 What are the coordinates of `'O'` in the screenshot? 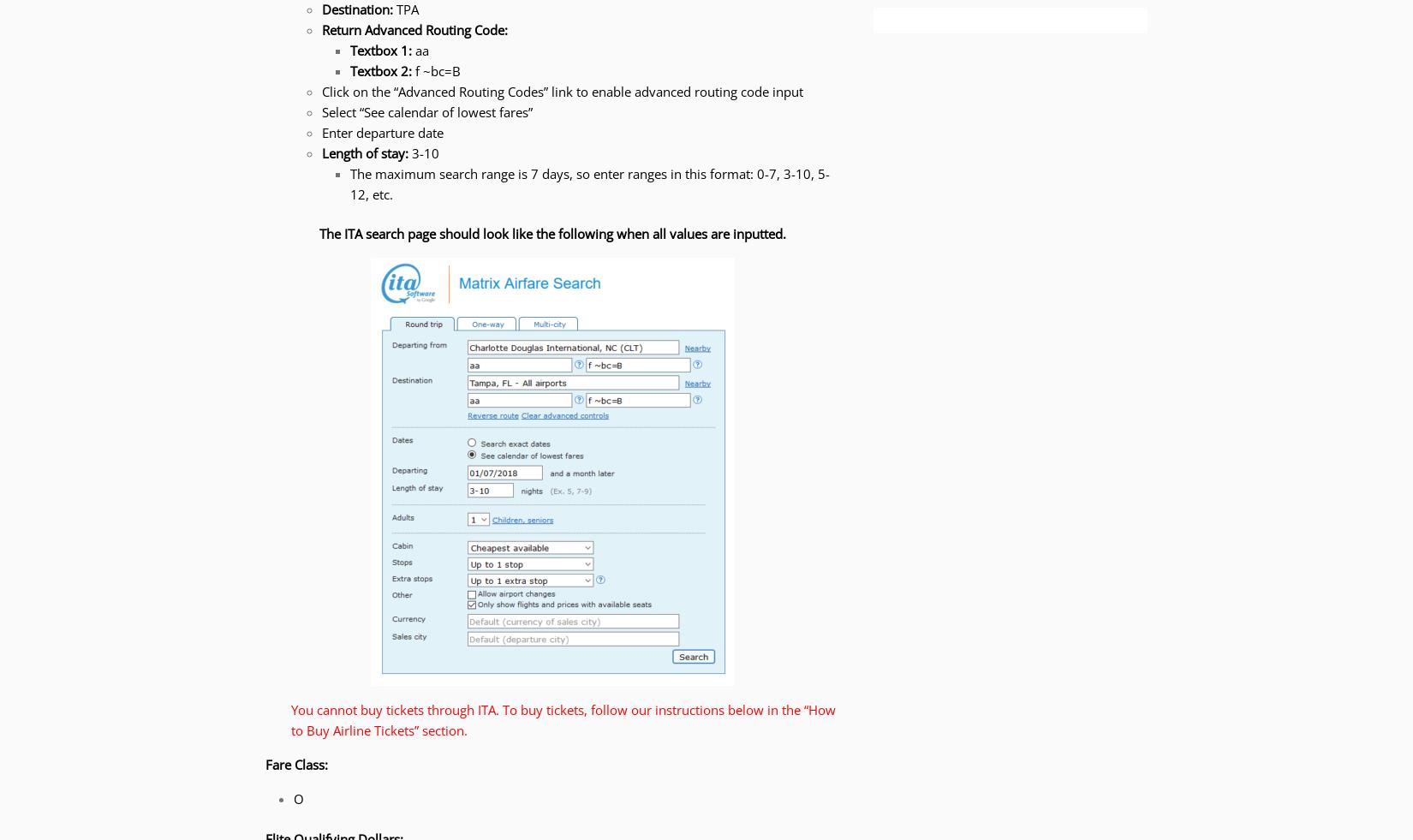 It's located at (298, 799).